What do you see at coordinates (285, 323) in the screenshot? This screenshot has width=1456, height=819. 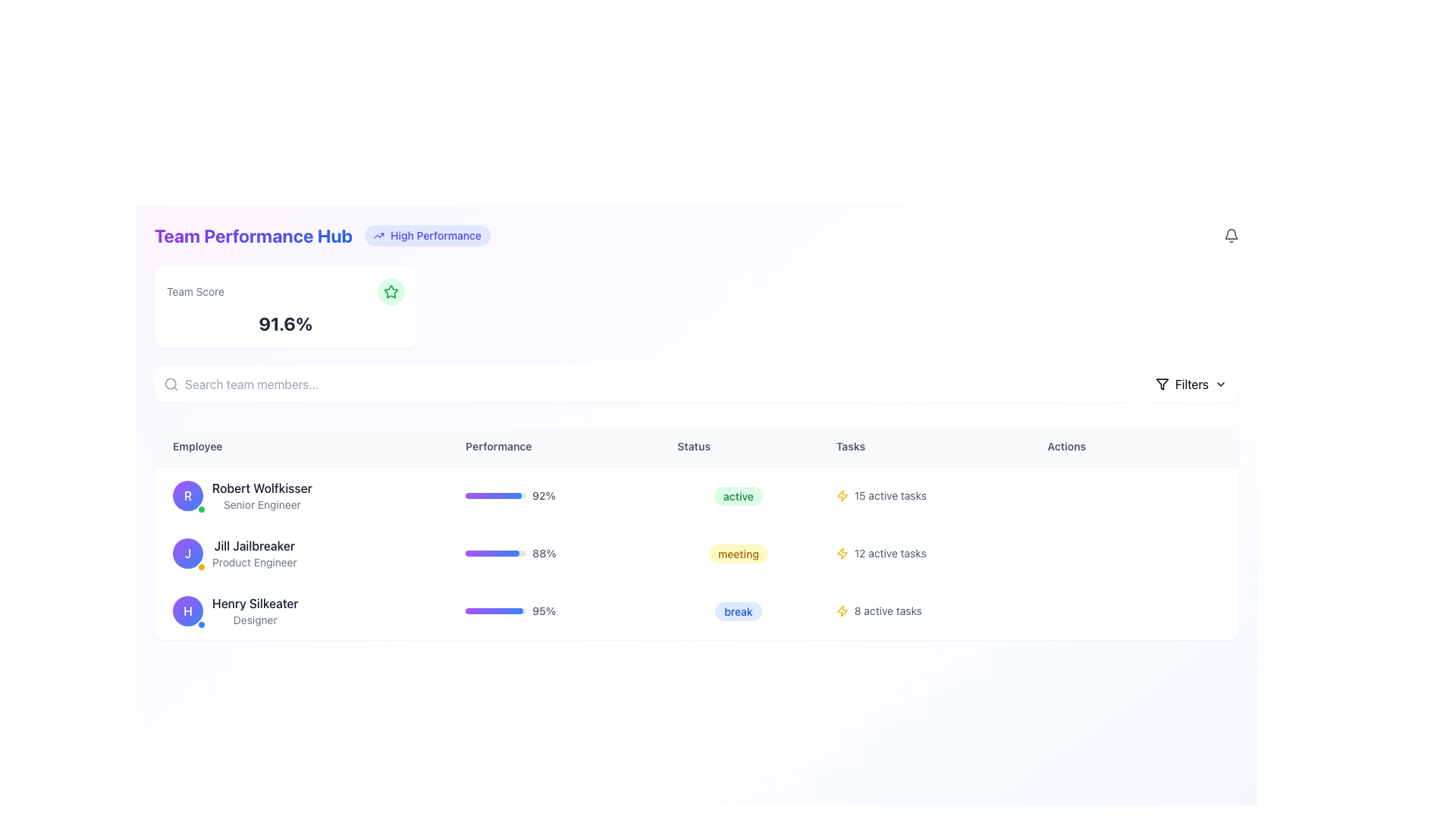 I see `the bold text display showing '91.6%' that is centrally aligned within the 'Team Score' card` at bounding box center [285, 323].